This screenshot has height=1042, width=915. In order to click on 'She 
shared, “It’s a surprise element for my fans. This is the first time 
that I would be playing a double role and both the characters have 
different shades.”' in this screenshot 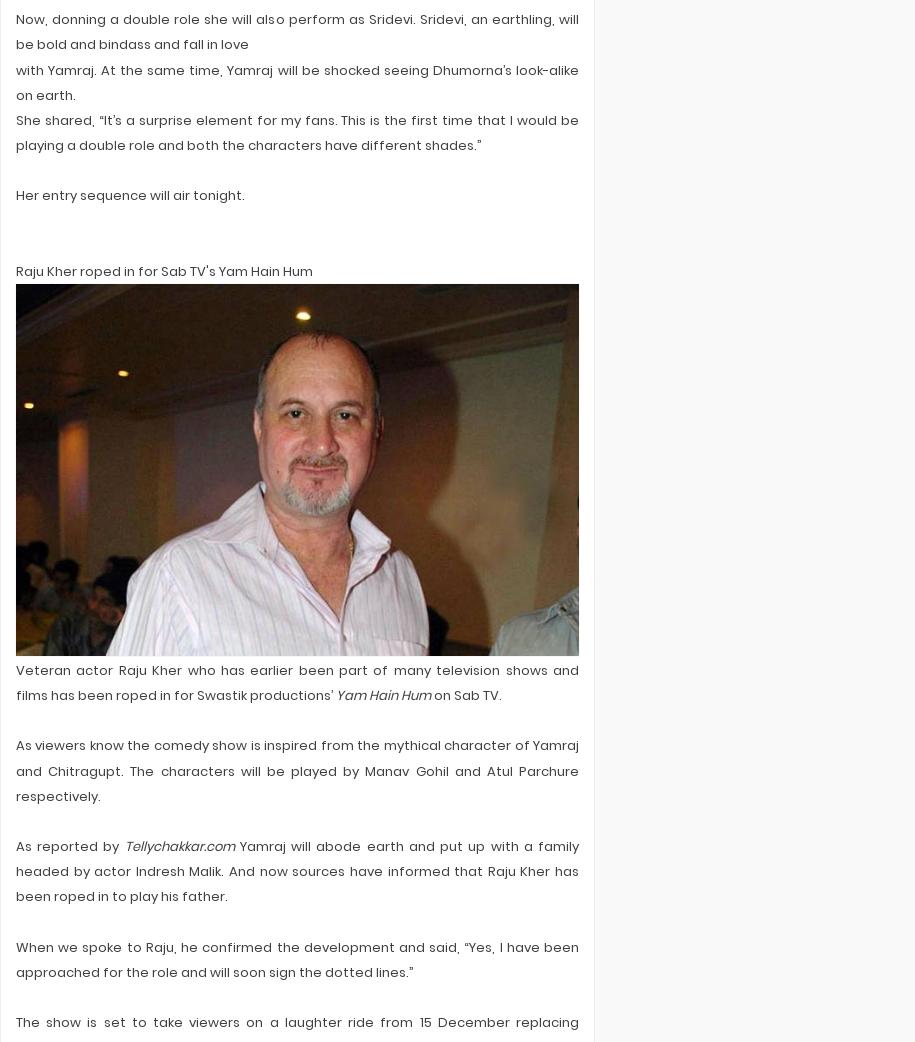, I will do `click(296, 132)`.